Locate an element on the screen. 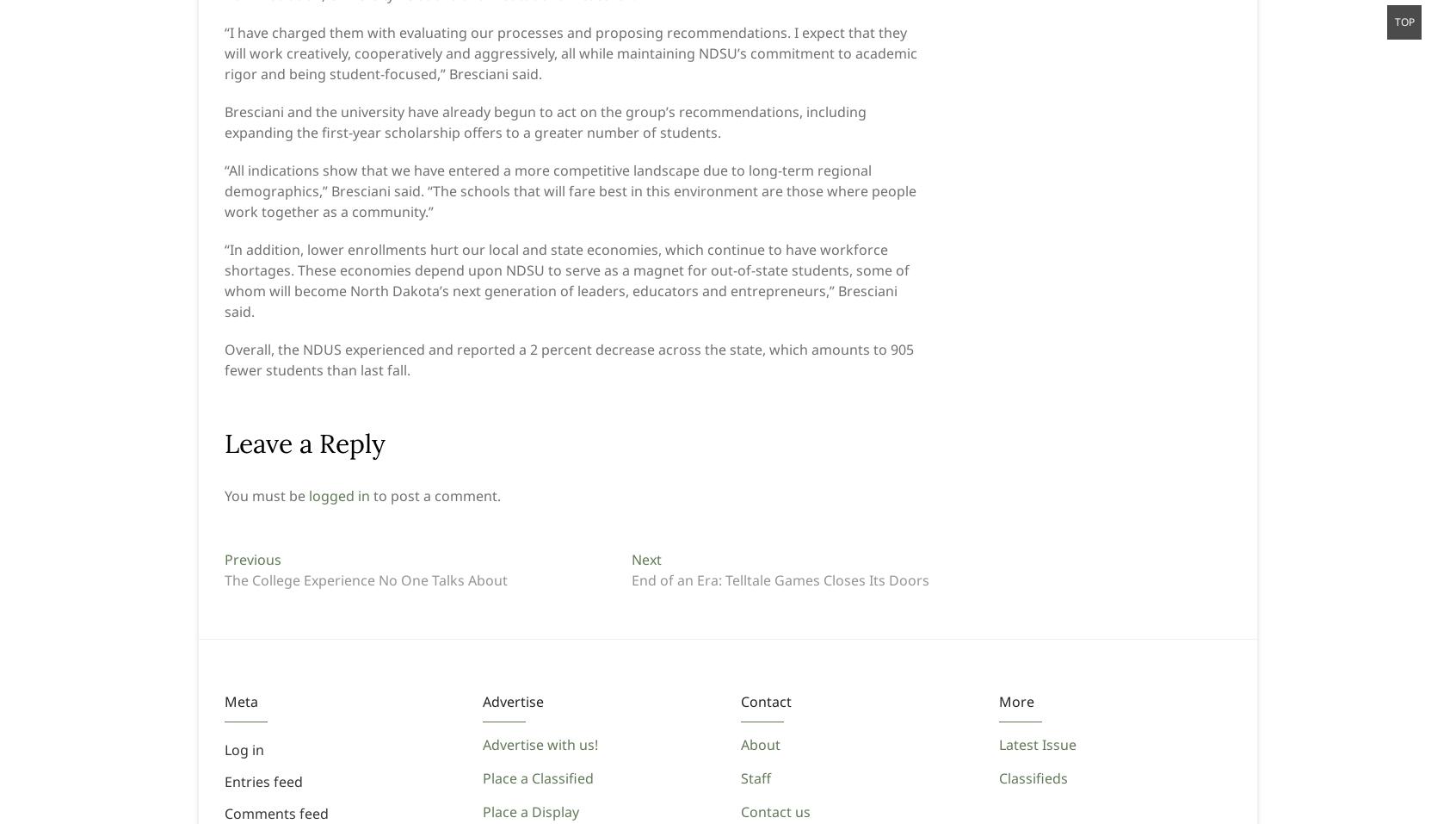 The height and width of the screenshot is (824, 1456). 'Place a Display' is located at coordinates (530, 812).